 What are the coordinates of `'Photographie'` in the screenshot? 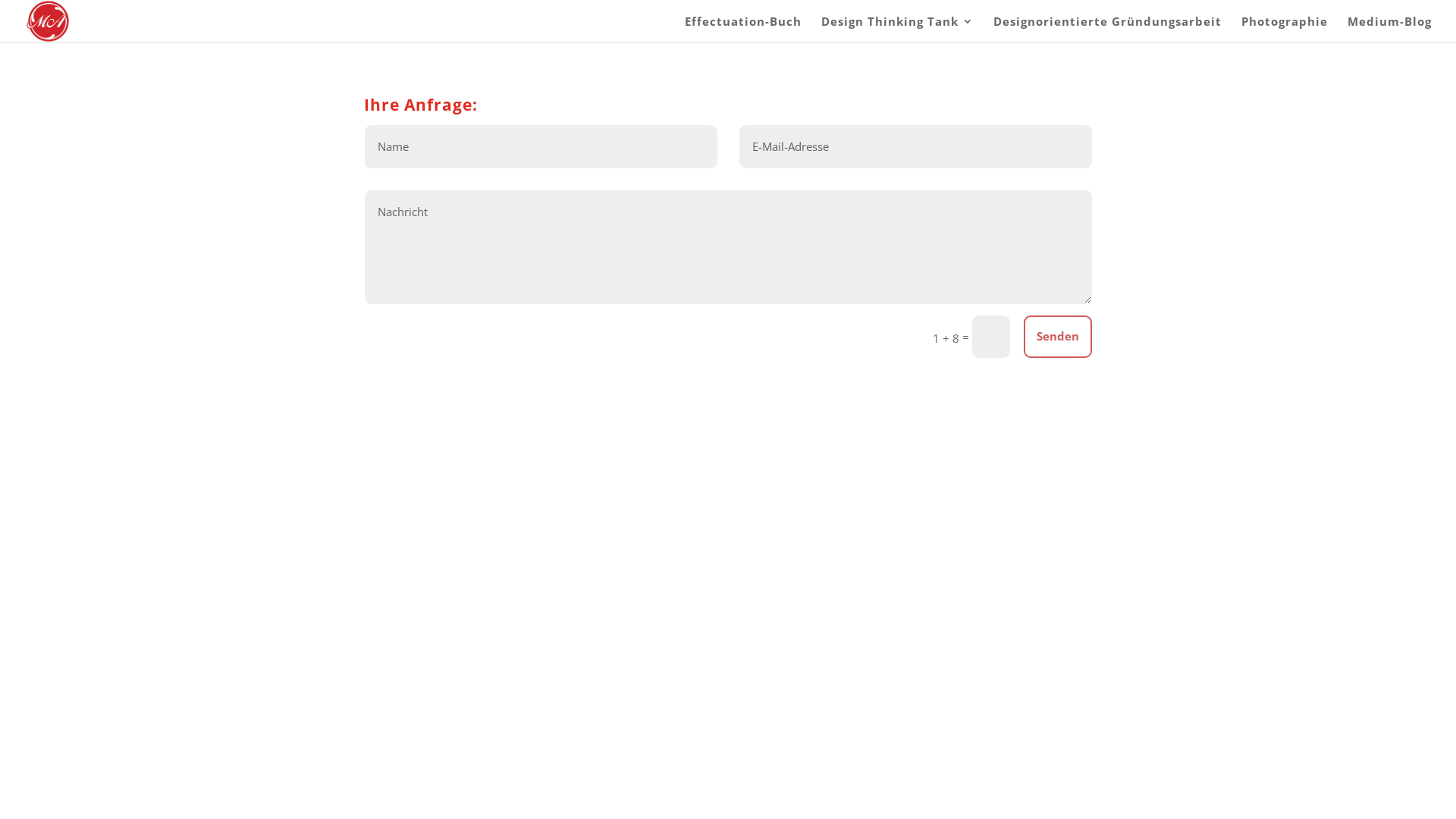 It's located at (1284, 29).